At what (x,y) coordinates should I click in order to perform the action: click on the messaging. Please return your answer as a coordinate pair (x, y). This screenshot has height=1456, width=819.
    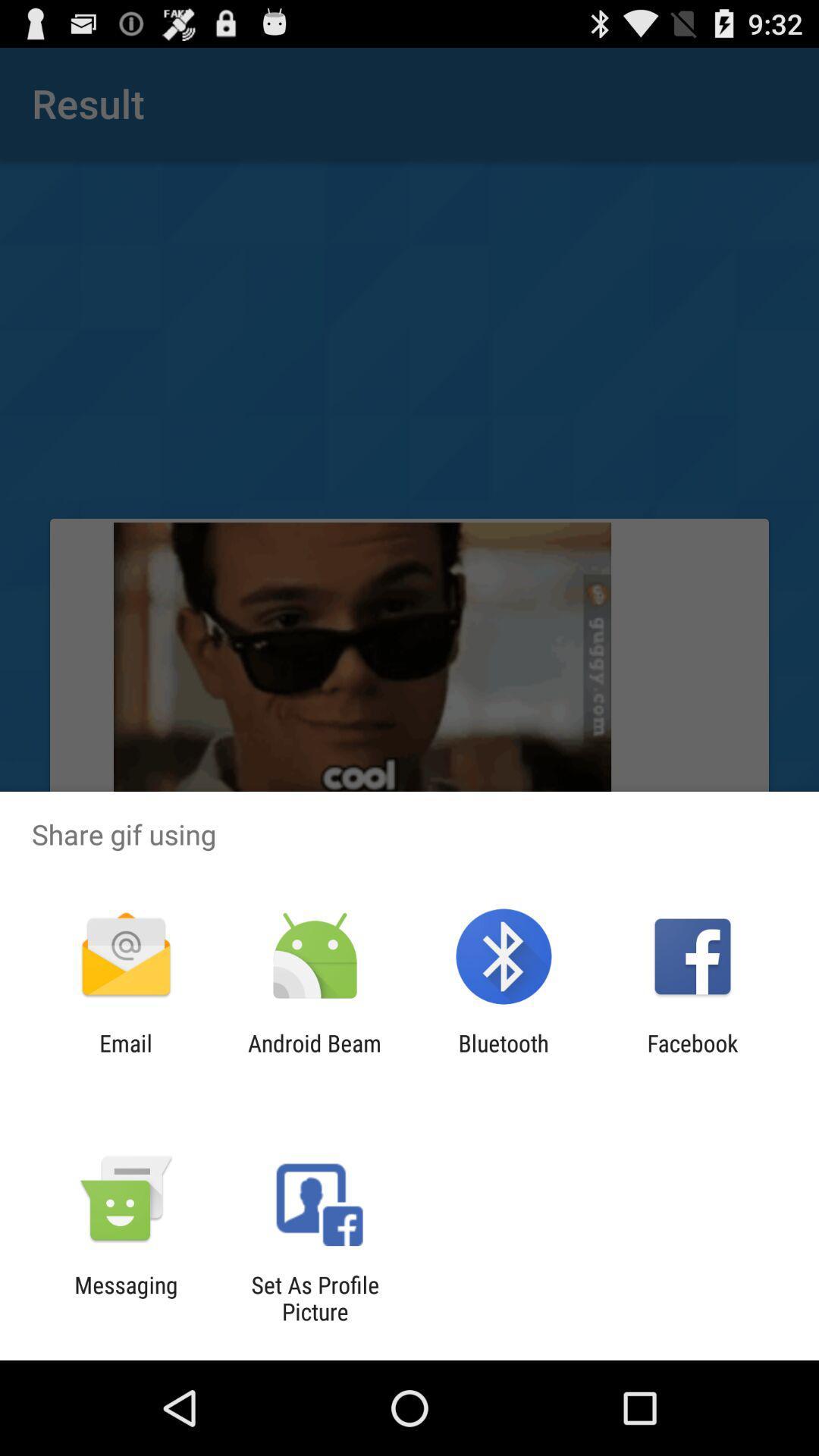
    Looking at the image, I should click on (125, 1298).